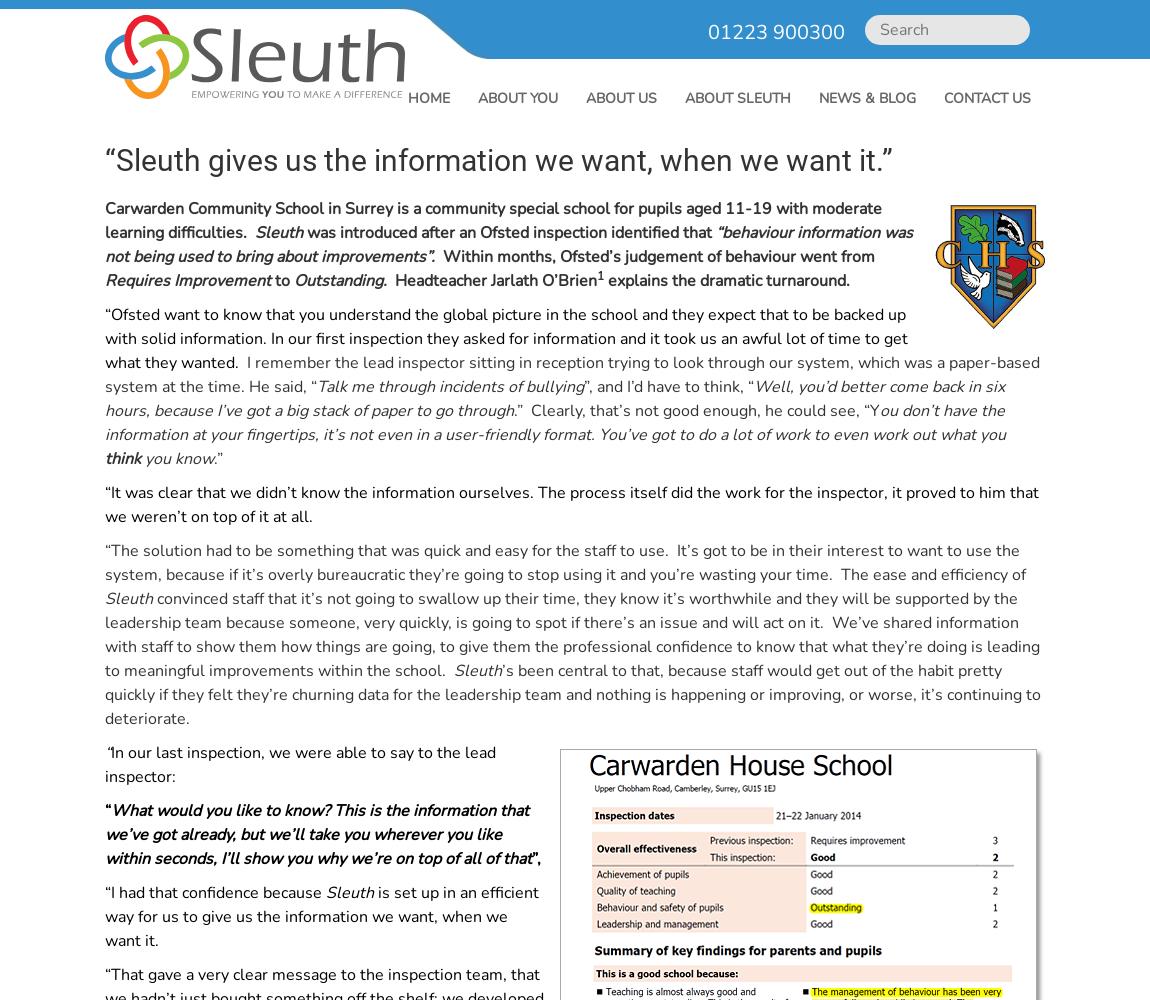  I want to click on 'you know', so click(176, 458).